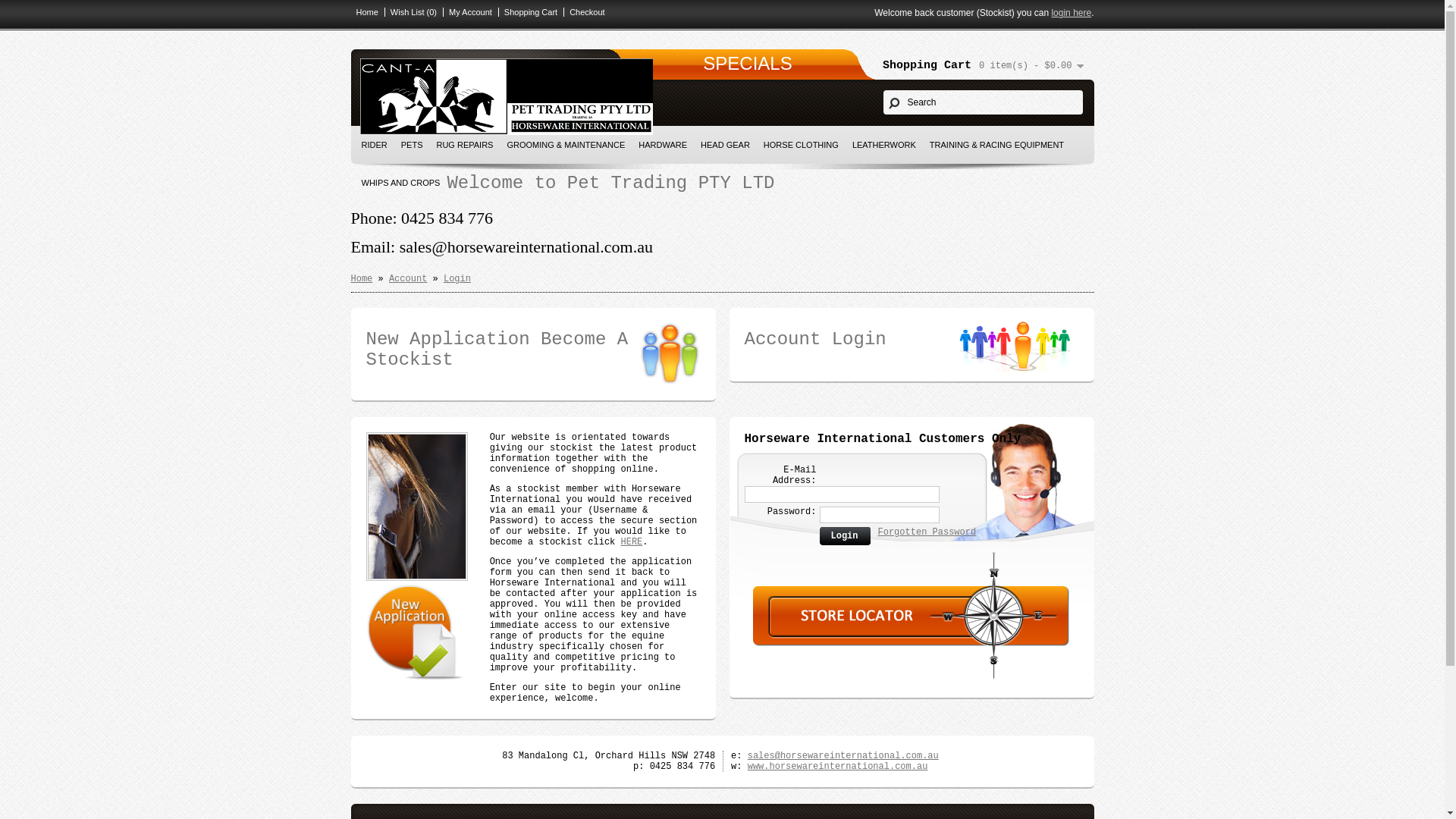  I want to click on 'Shopping Cart', so click(528, 11).